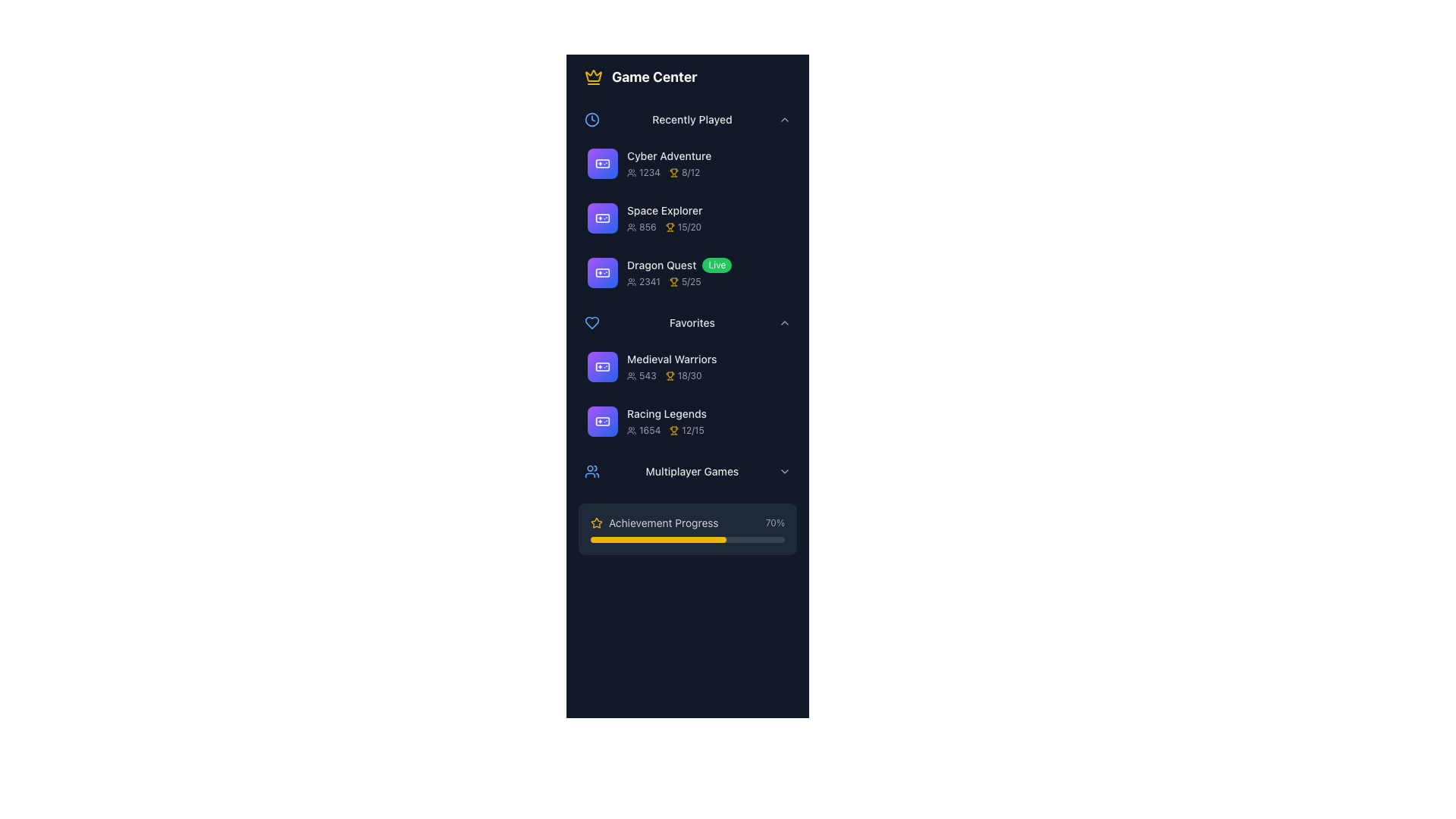 Image resolution: width=1456 pixels, height=819 pixels. What do you see at coordinates (682, 227) in the screenshot?
I see `the achievement progress element, which consists of a golden trophy icon and the text '15/20', located in the 'Recently Played' section under the game 'Space Explorer'` at bounding box center [682, 227].